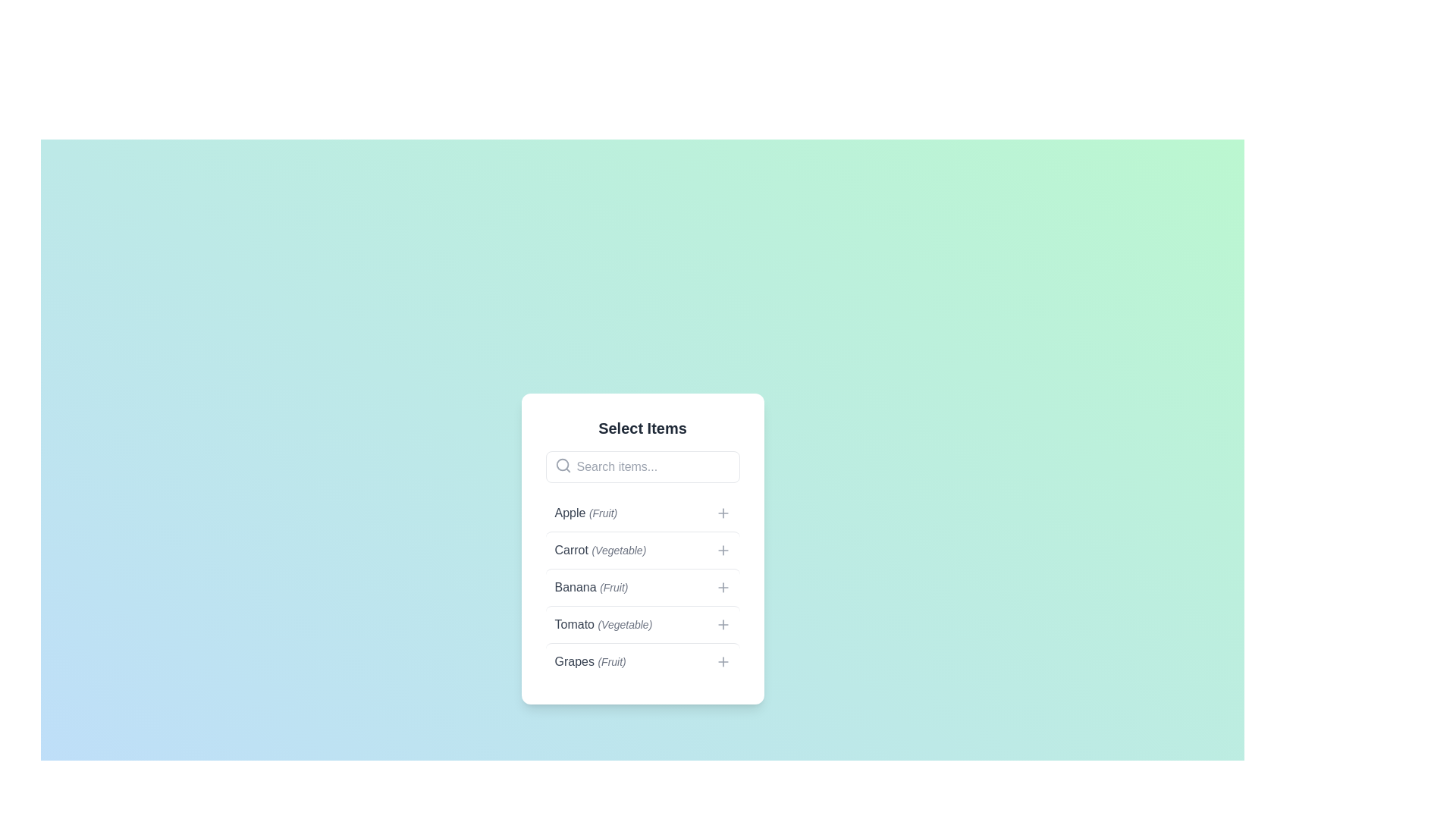 The height and width of the screenshot is (819, 1456). Describe the element at coordinates (612, 661) in the screenshot. I see `the text label that categorizes 'Grapes' as a 'Fruit', positioned in the lower-right segment of the entry labeled 'Grapes' within the central card of the interface` at that location.